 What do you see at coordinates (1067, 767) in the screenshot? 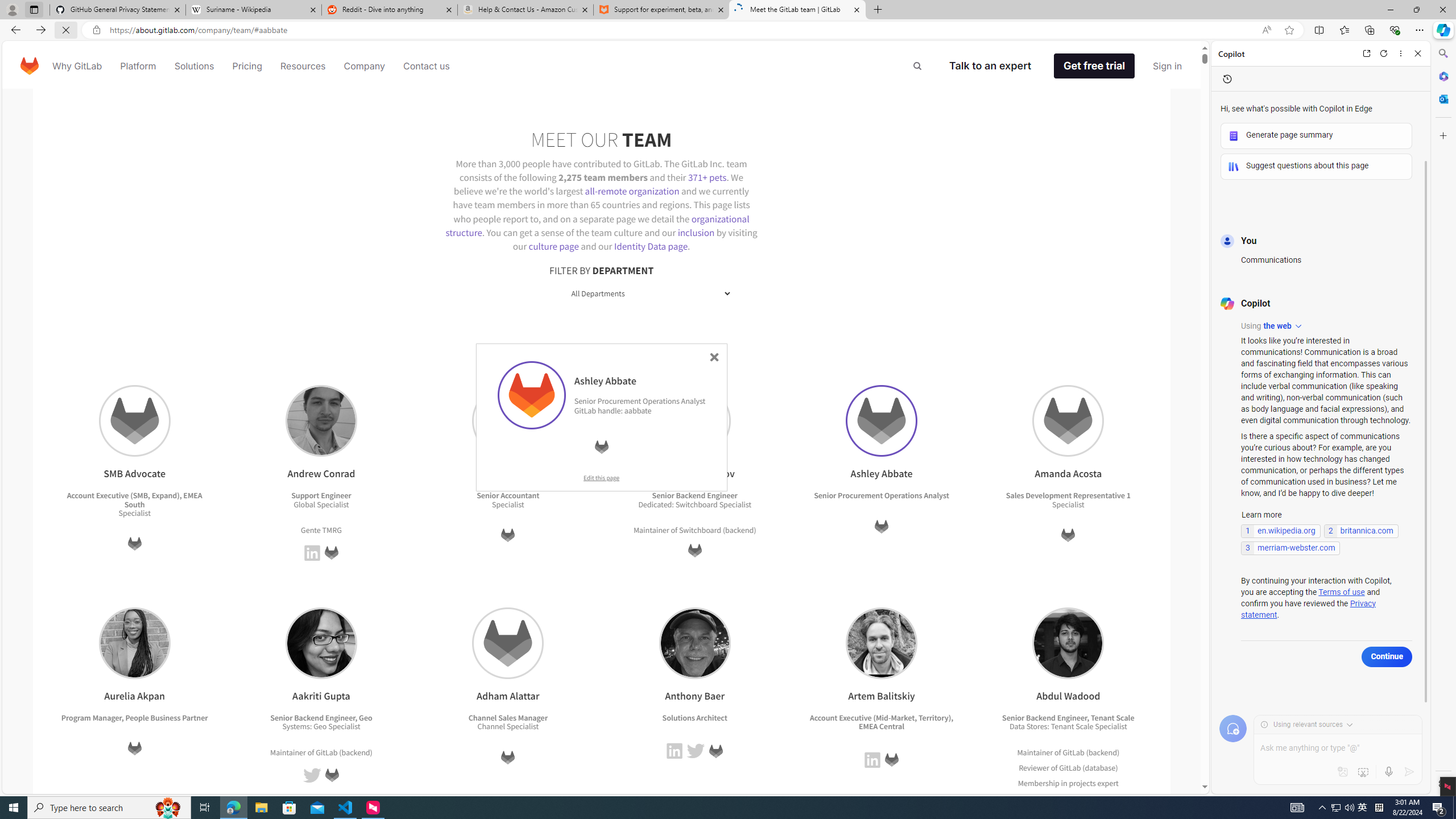
I see `'Reviewer of GitLab (database)'` at bounding box center [1067, 767].